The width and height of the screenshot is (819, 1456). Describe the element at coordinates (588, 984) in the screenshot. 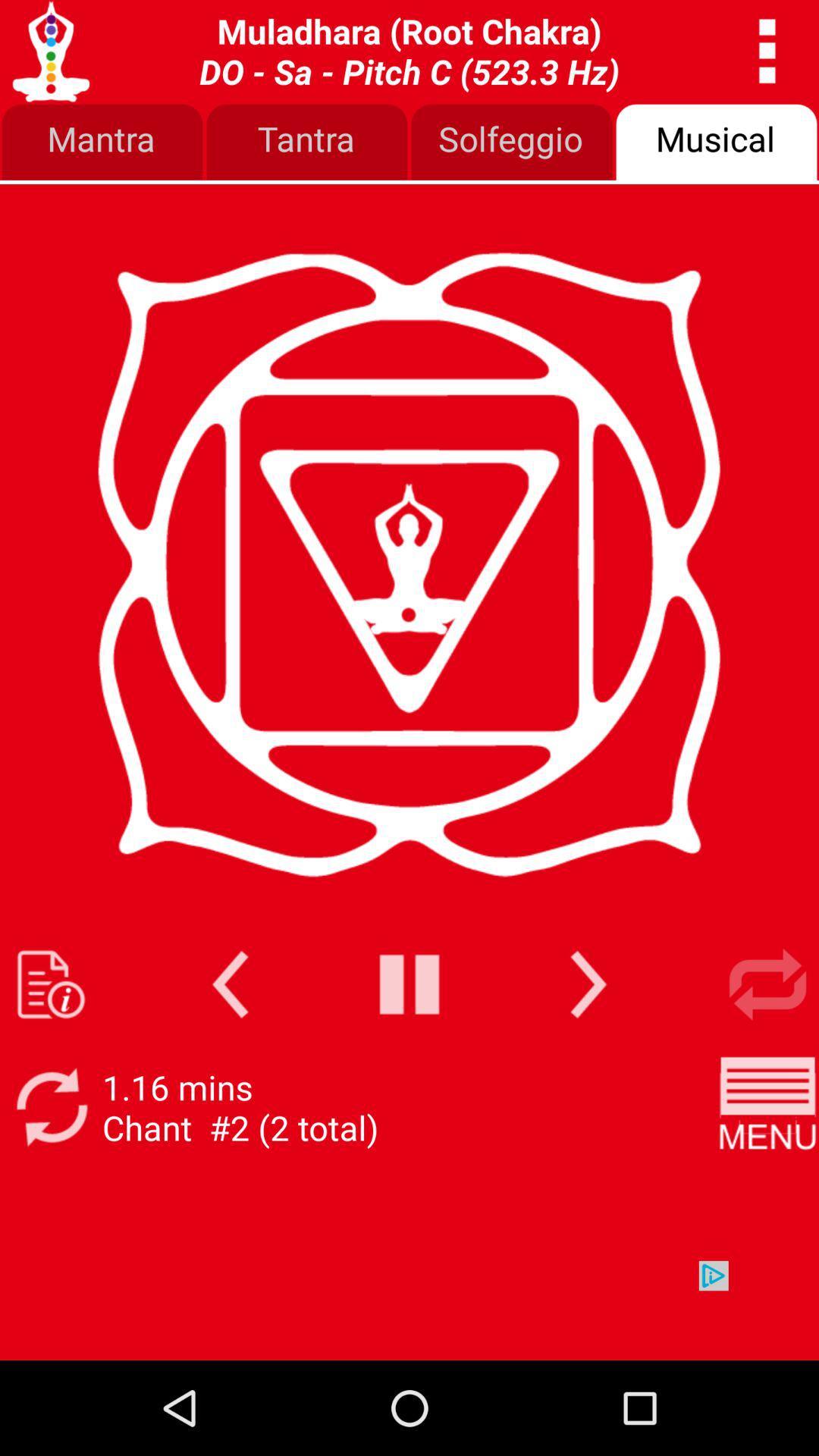

I see `next page` at that location.